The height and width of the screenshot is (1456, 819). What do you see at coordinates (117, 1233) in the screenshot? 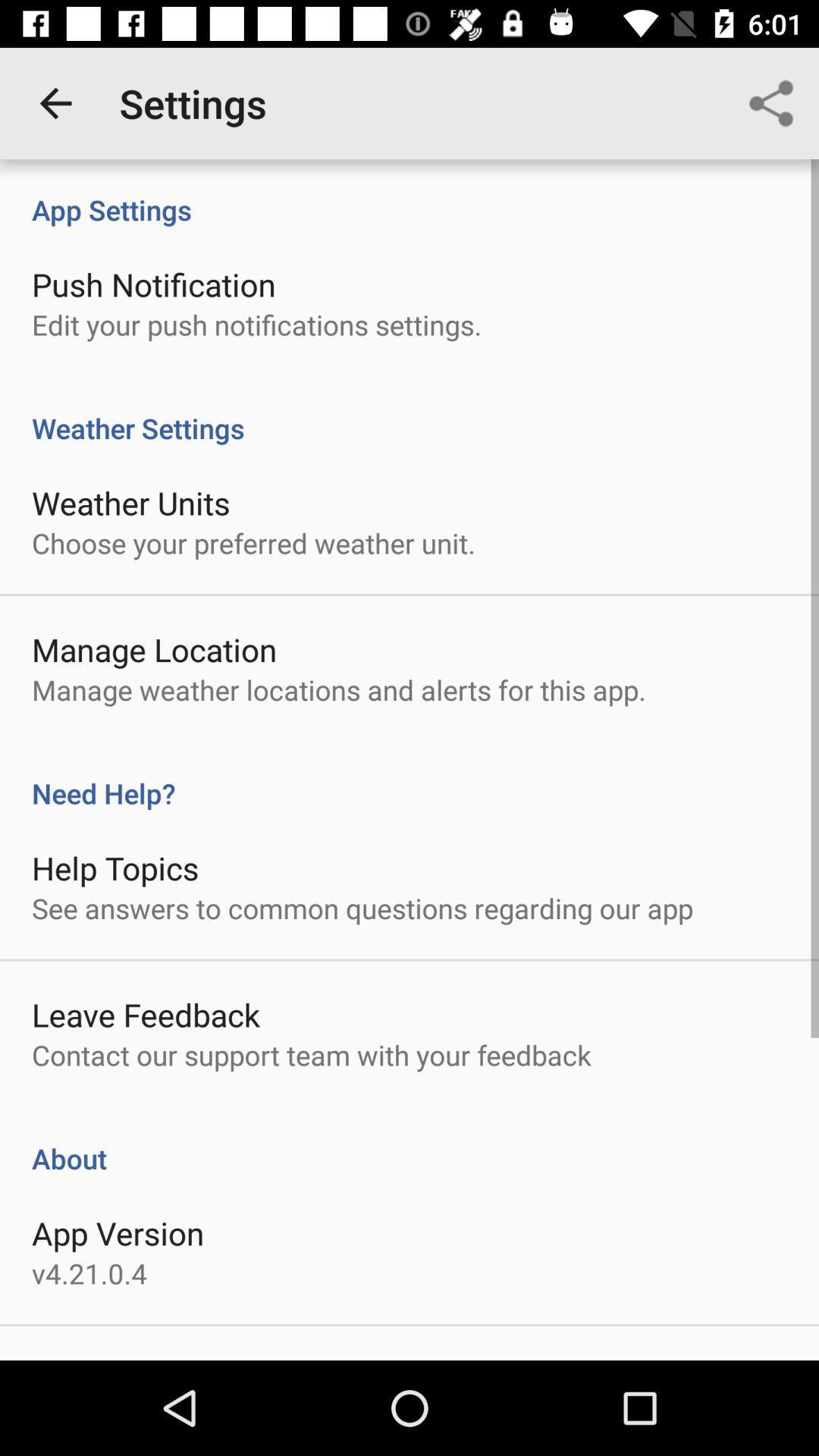
I see `item below the about item` at bounding box center [117, 1233].